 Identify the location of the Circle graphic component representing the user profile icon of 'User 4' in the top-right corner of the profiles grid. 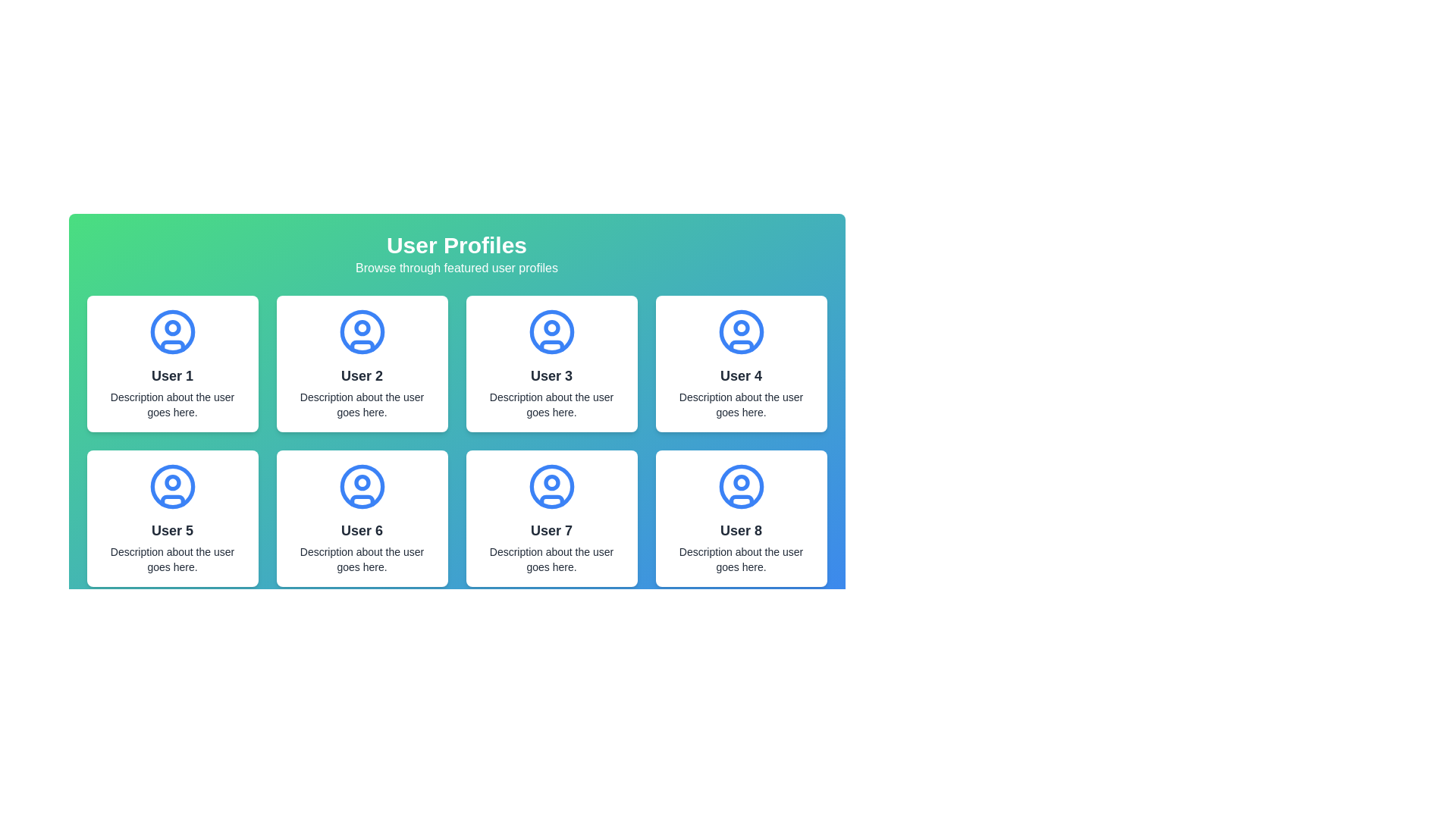
(741, 331).